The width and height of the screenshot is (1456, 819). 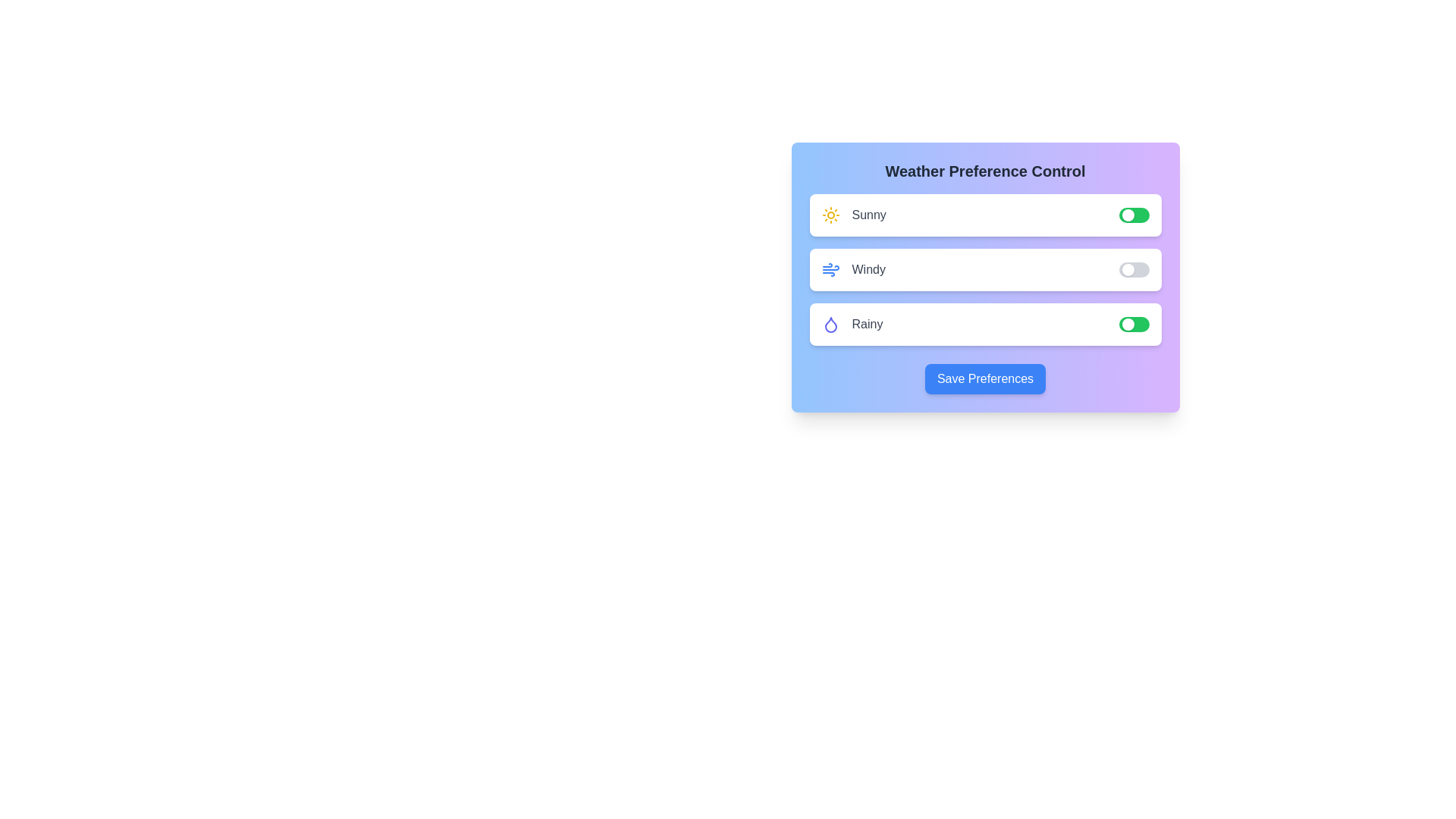 I want to click on 'Save Preferences' button, so click(x=985, y=378).